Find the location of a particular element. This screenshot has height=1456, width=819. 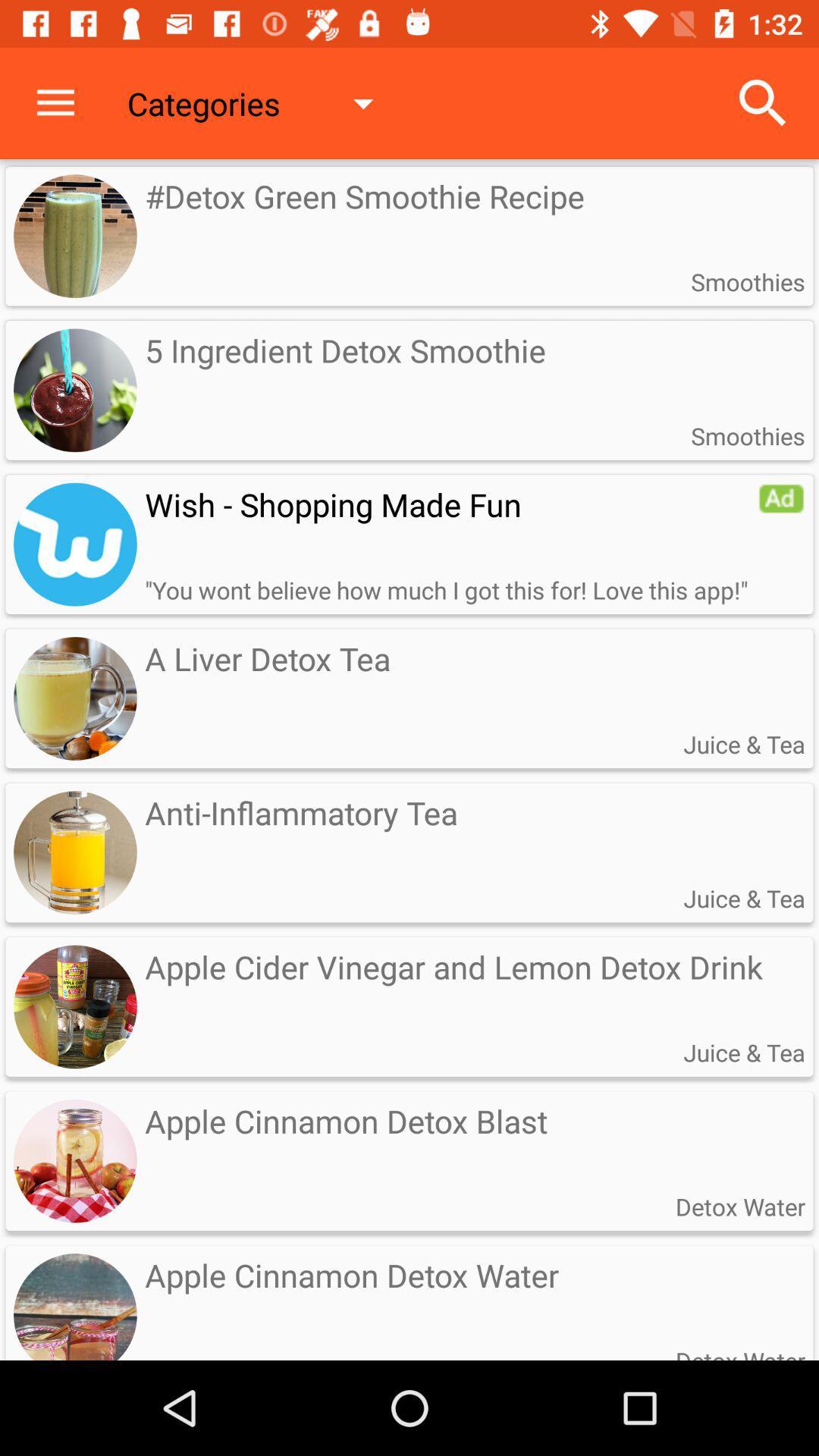

the icon below wish shopping made icon is located at coordinates (445, 589).